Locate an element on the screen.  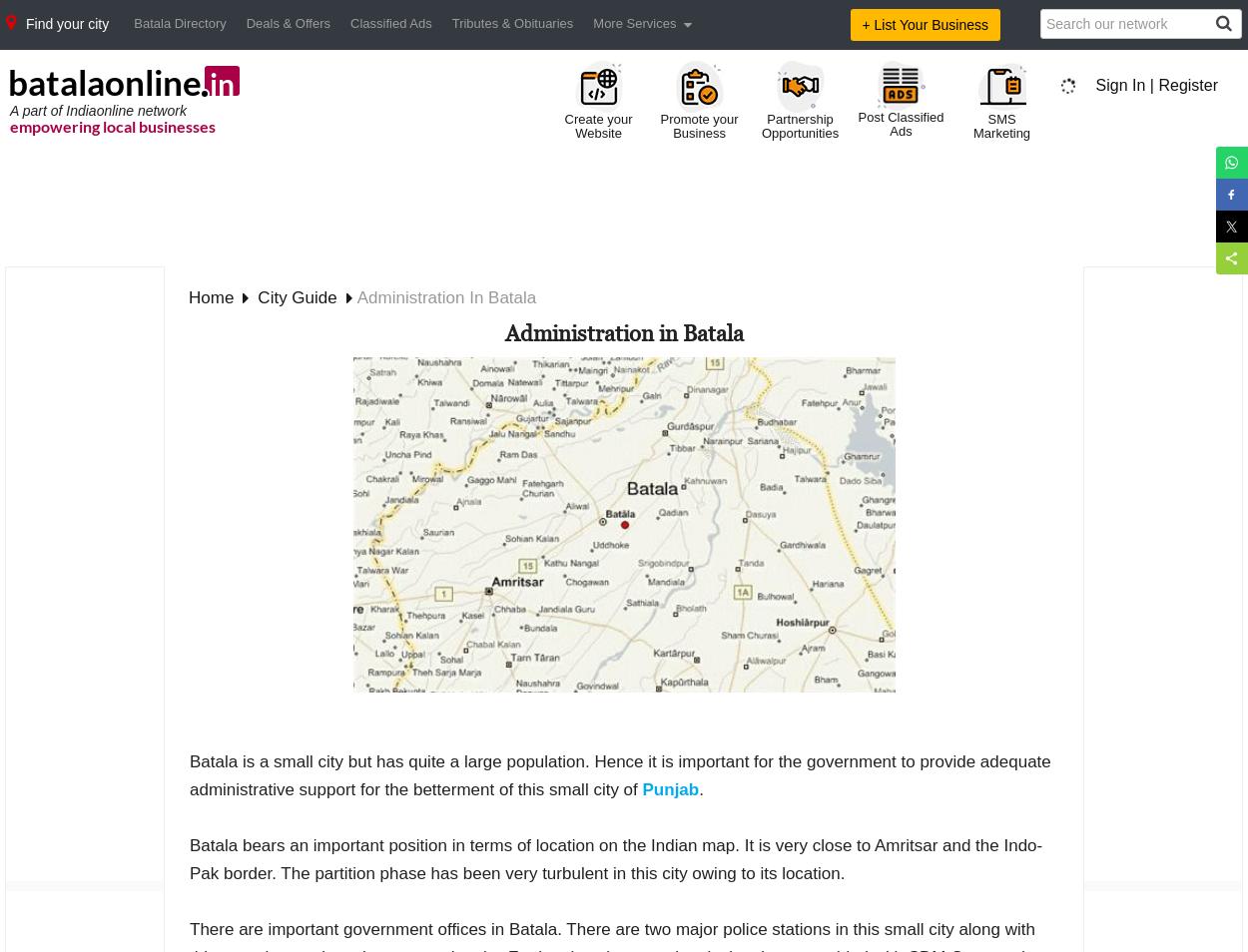
'city guide' is located at coordinates (297, 297).